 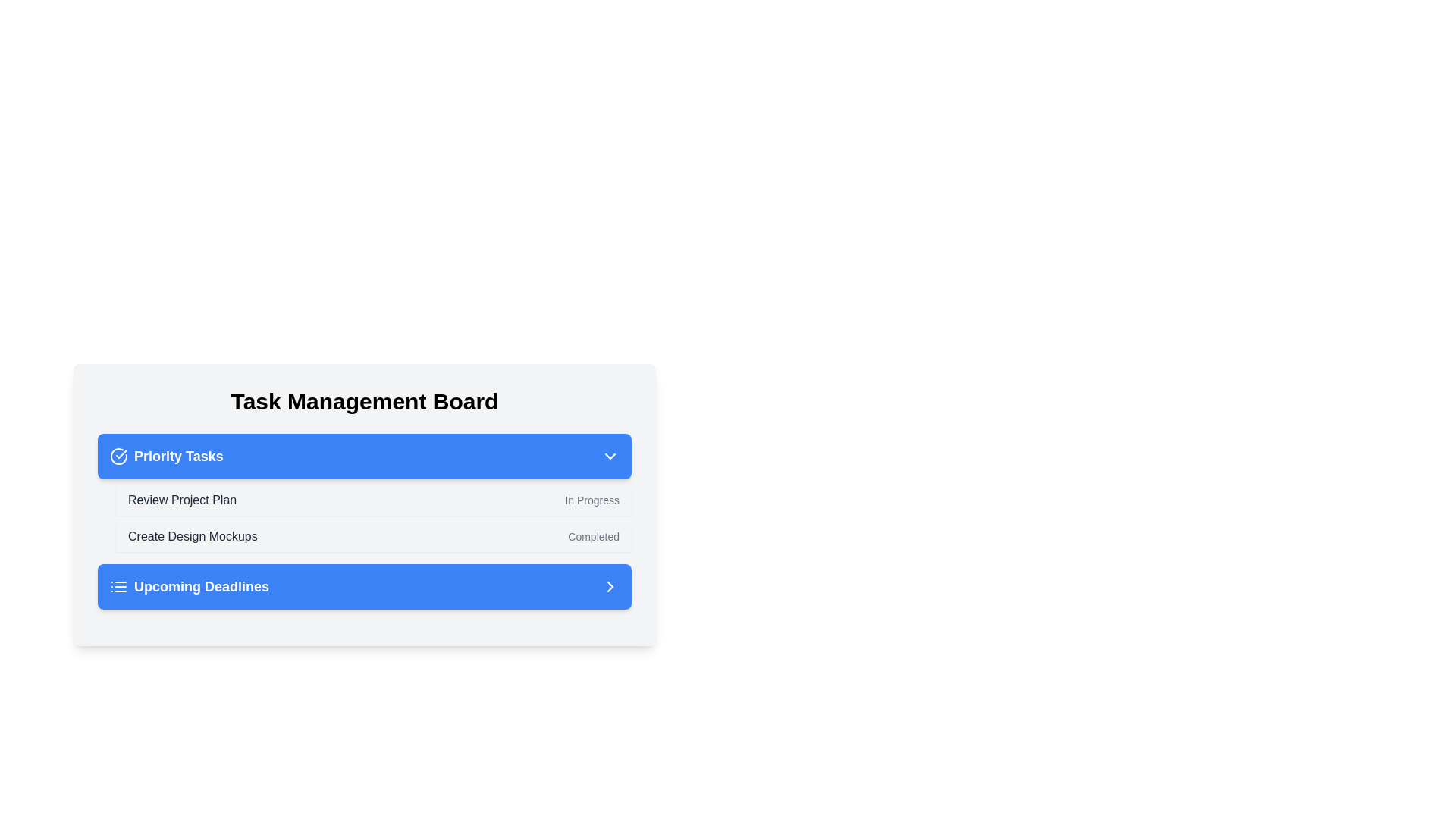 I want to click on the status indicator text label for the 'Review Project Plan' task located in the 'Priority Tasks' section of the task management application interface, so click(x=591, y=500).